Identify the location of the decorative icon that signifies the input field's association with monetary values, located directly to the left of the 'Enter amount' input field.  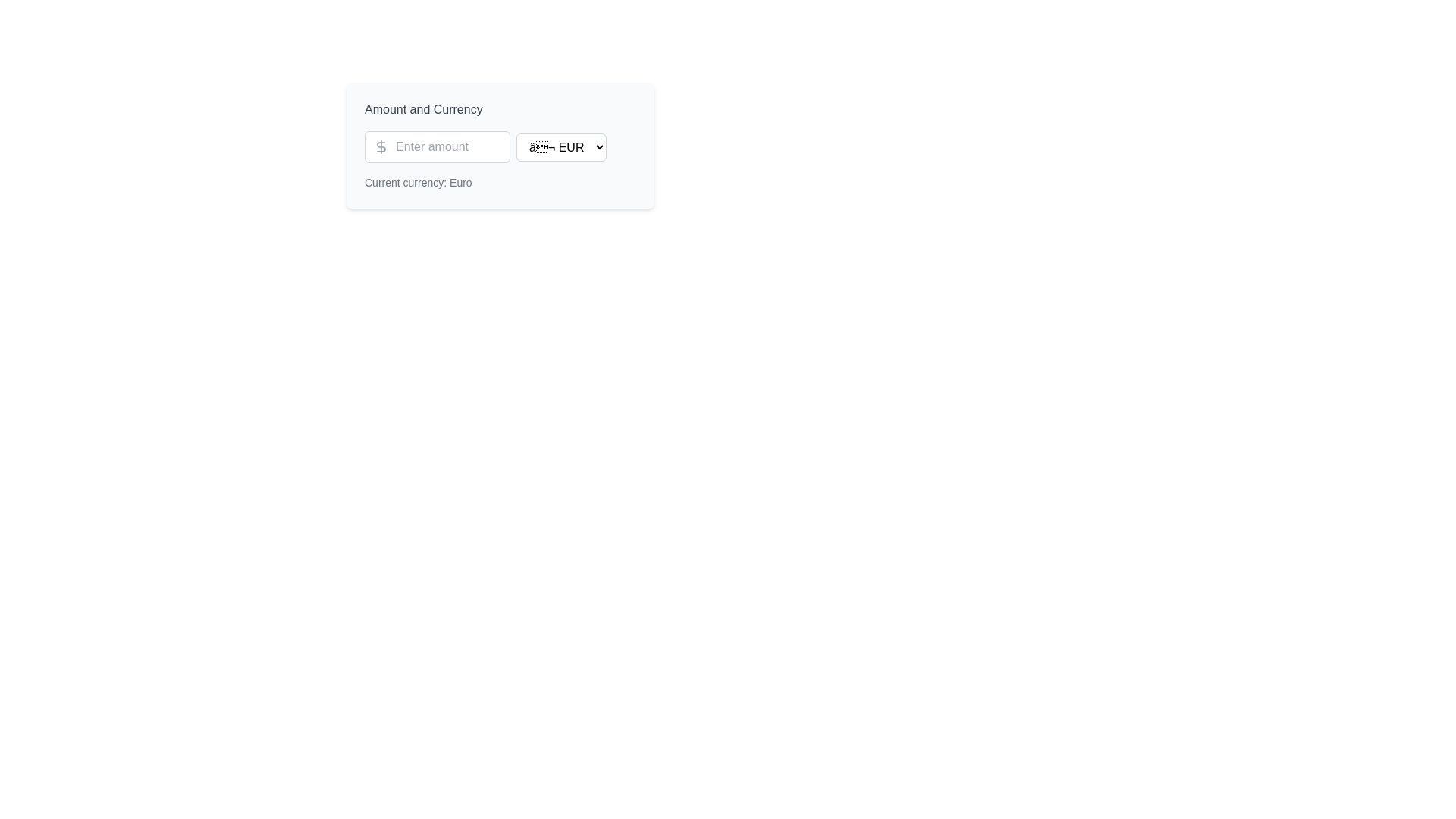
(381, 146).